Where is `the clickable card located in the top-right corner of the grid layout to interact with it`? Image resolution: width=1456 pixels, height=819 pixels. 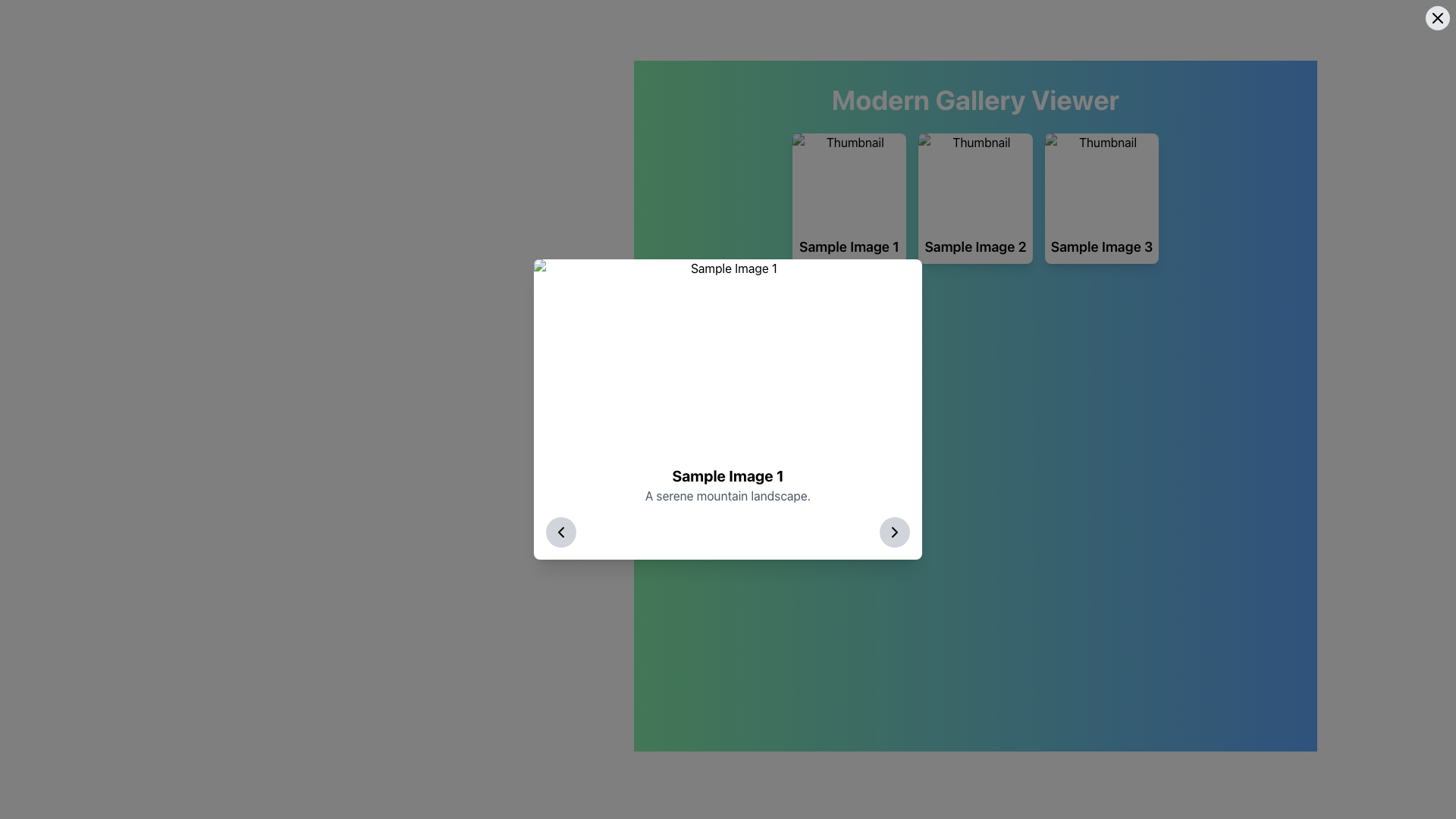 the clickable card located in the top-right corner of the grid layout to interact with it is located at coordinates (1102, 198).